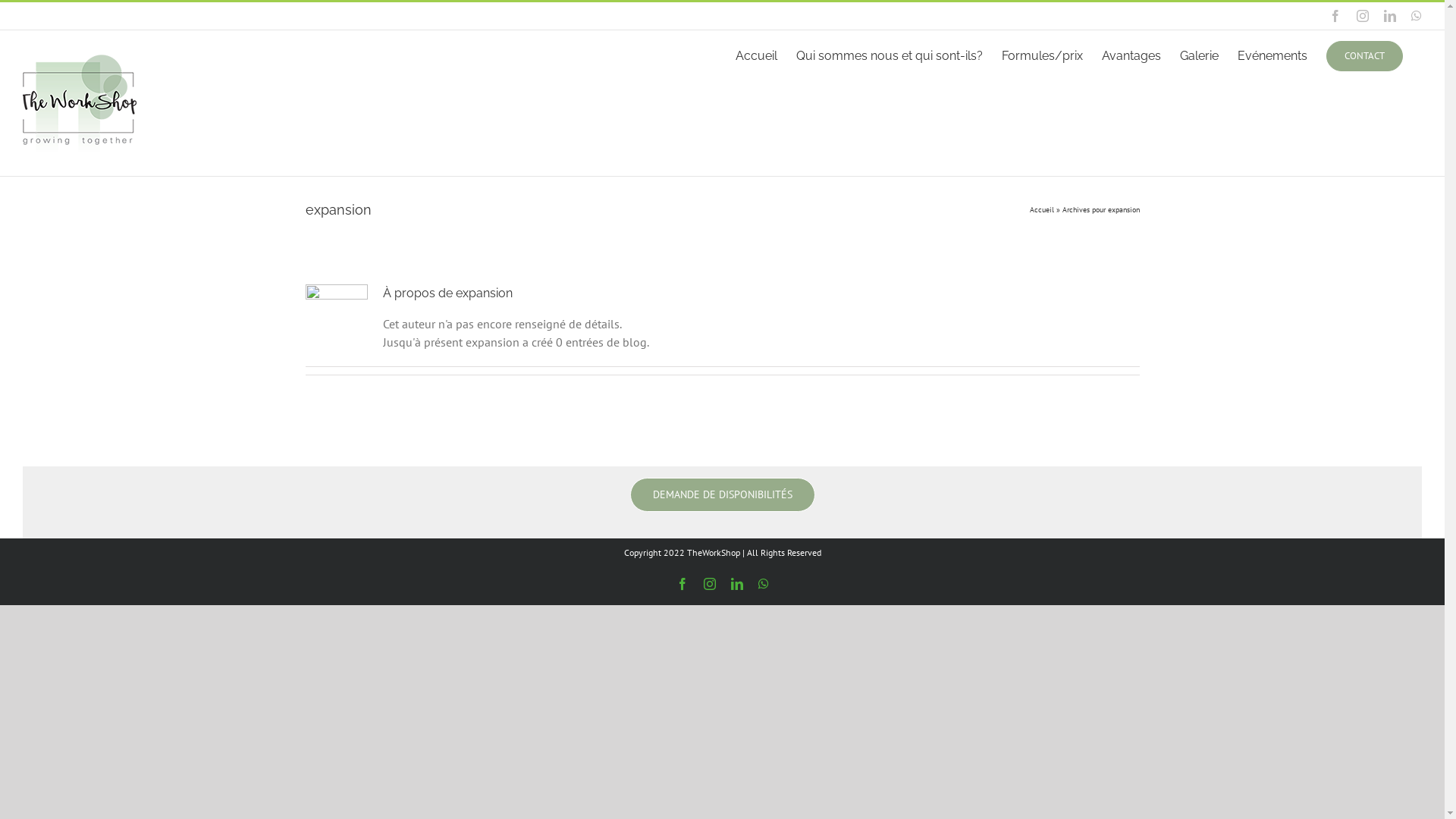 The height and width of the screenshot is (819, 1456). I want to click on 'LinkedIn', so click(1390, 15).